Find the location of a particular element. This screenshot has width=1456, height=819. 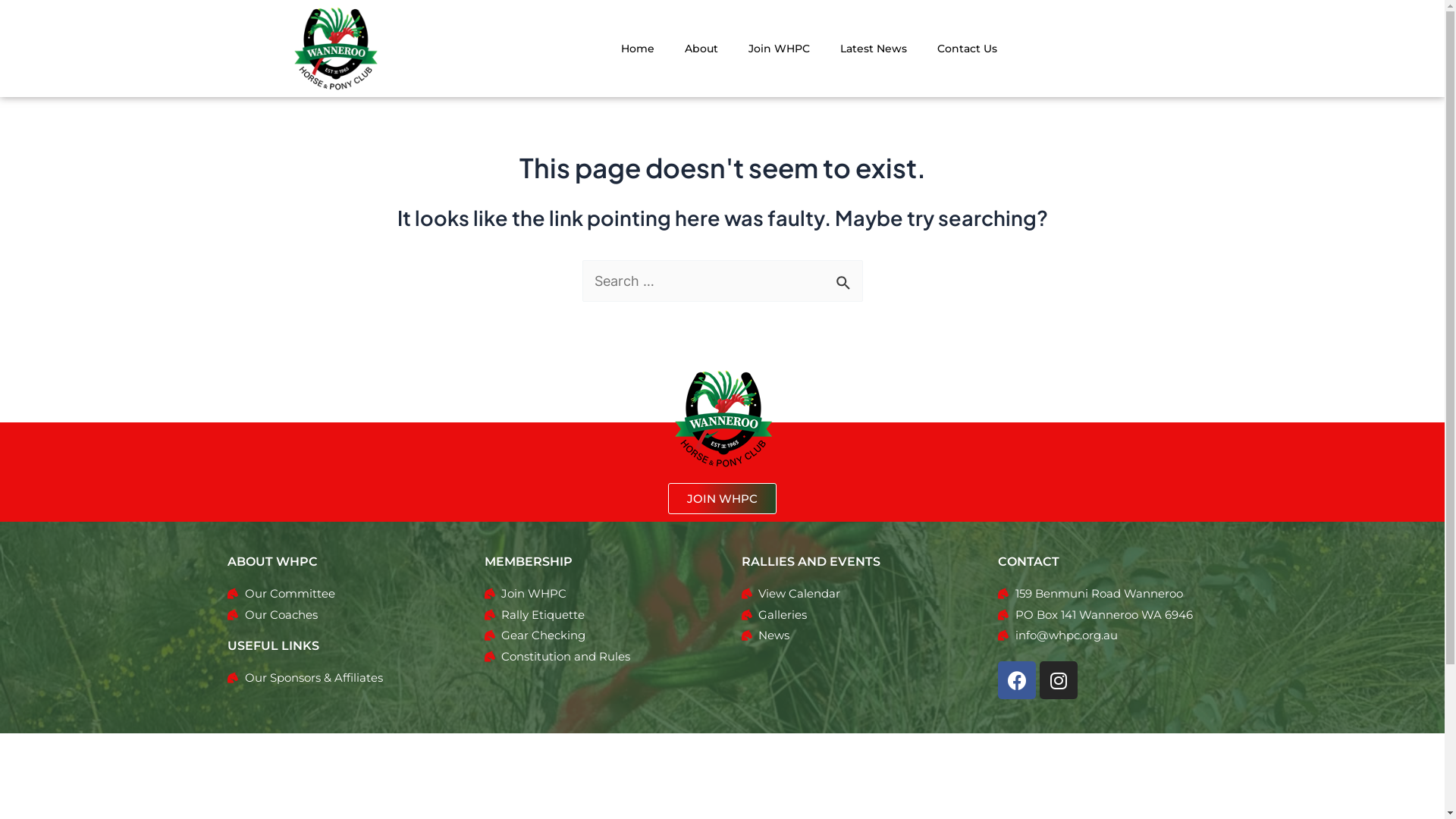

'About' is located at coordinates (701, 48).